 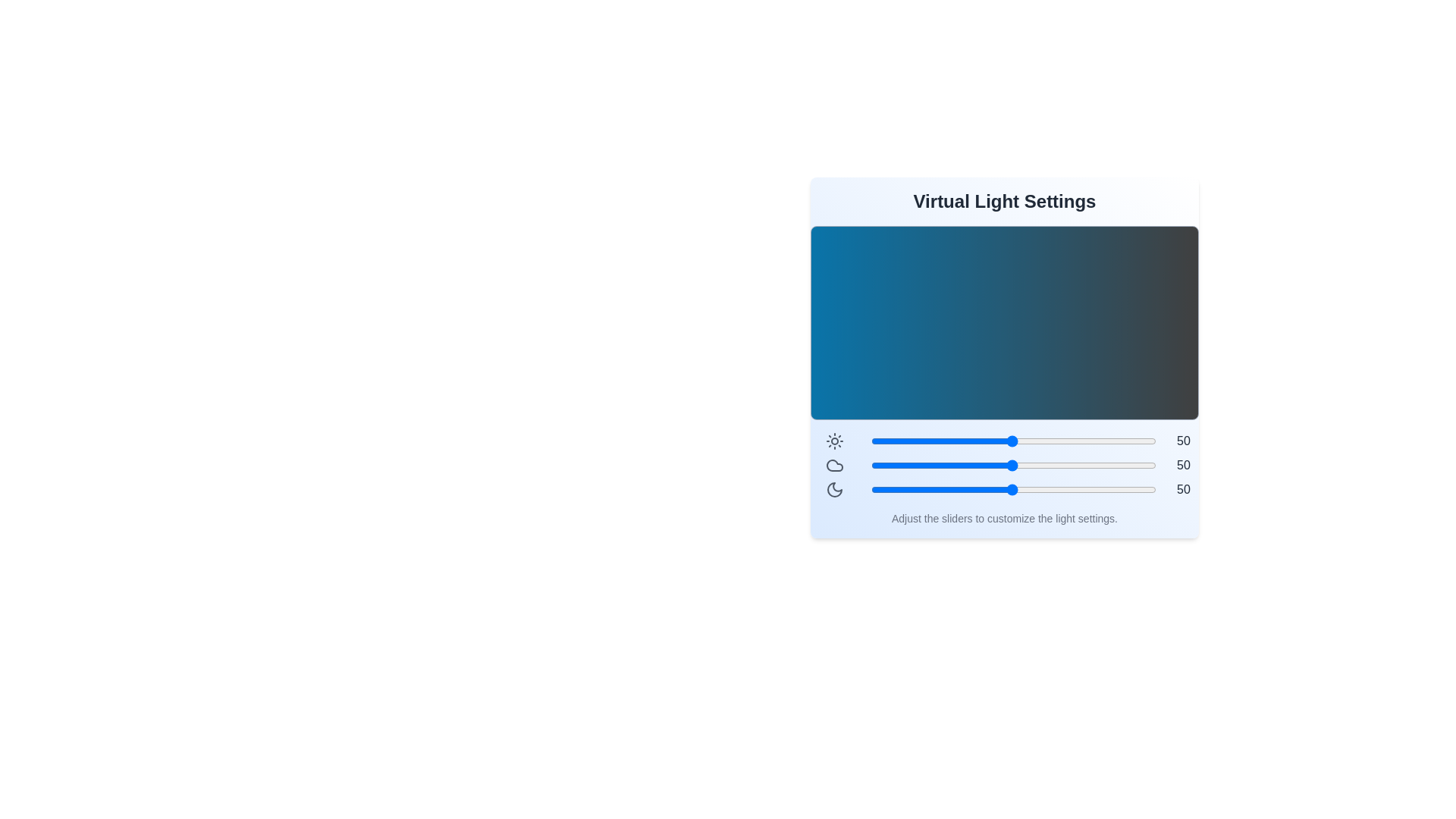 I want to click on the saturation slider to 25, so click(x=940, y=489).